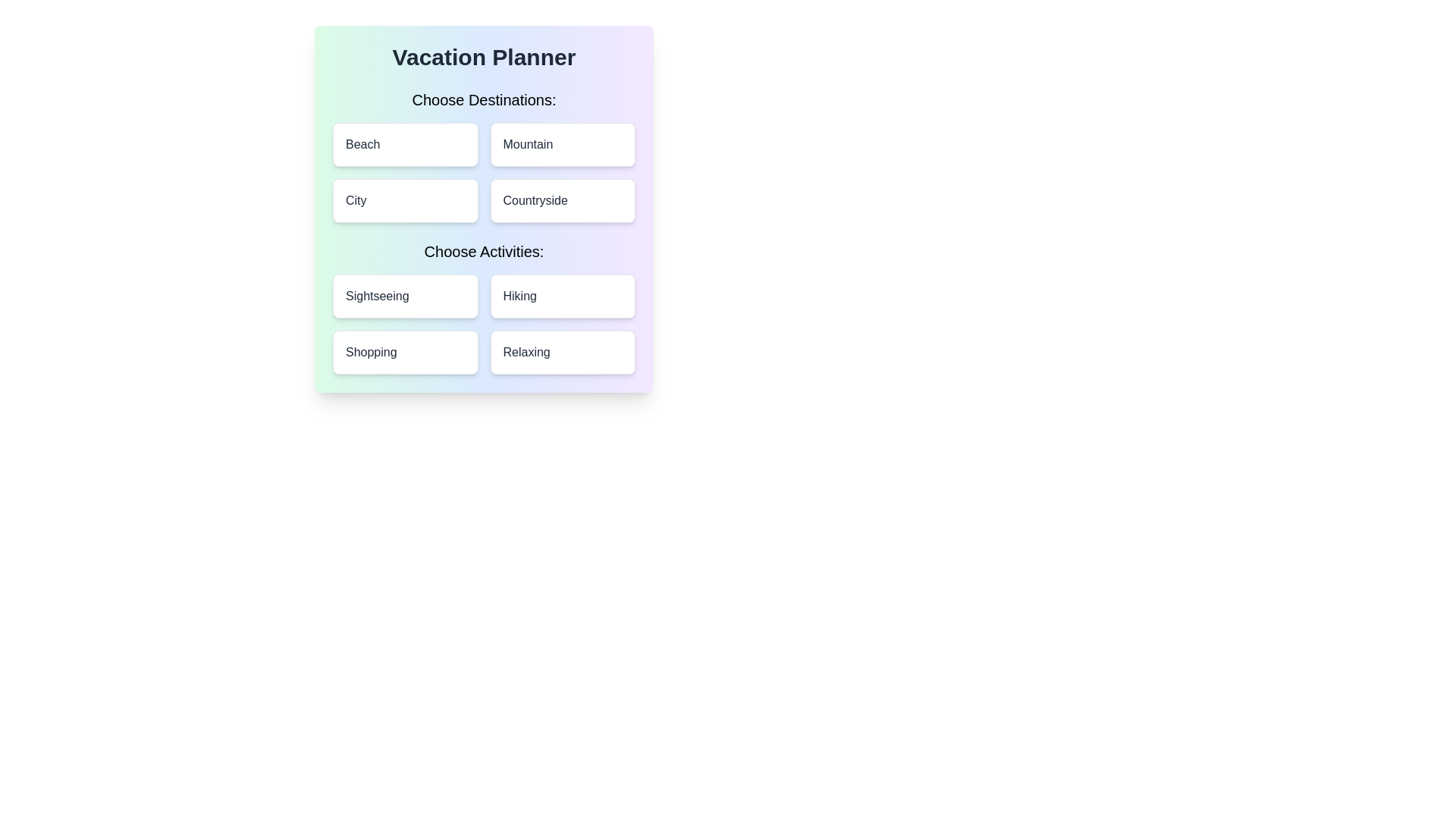 The image size is (1456, 819). Describe the element at coordinates (405, 200) in the screenshot. I see `the 'City' button, which is the third button in the grid under the 'Choose Destinations' section, located to the left of the 'Countryside' button and below the 'Beach' button` at that location.